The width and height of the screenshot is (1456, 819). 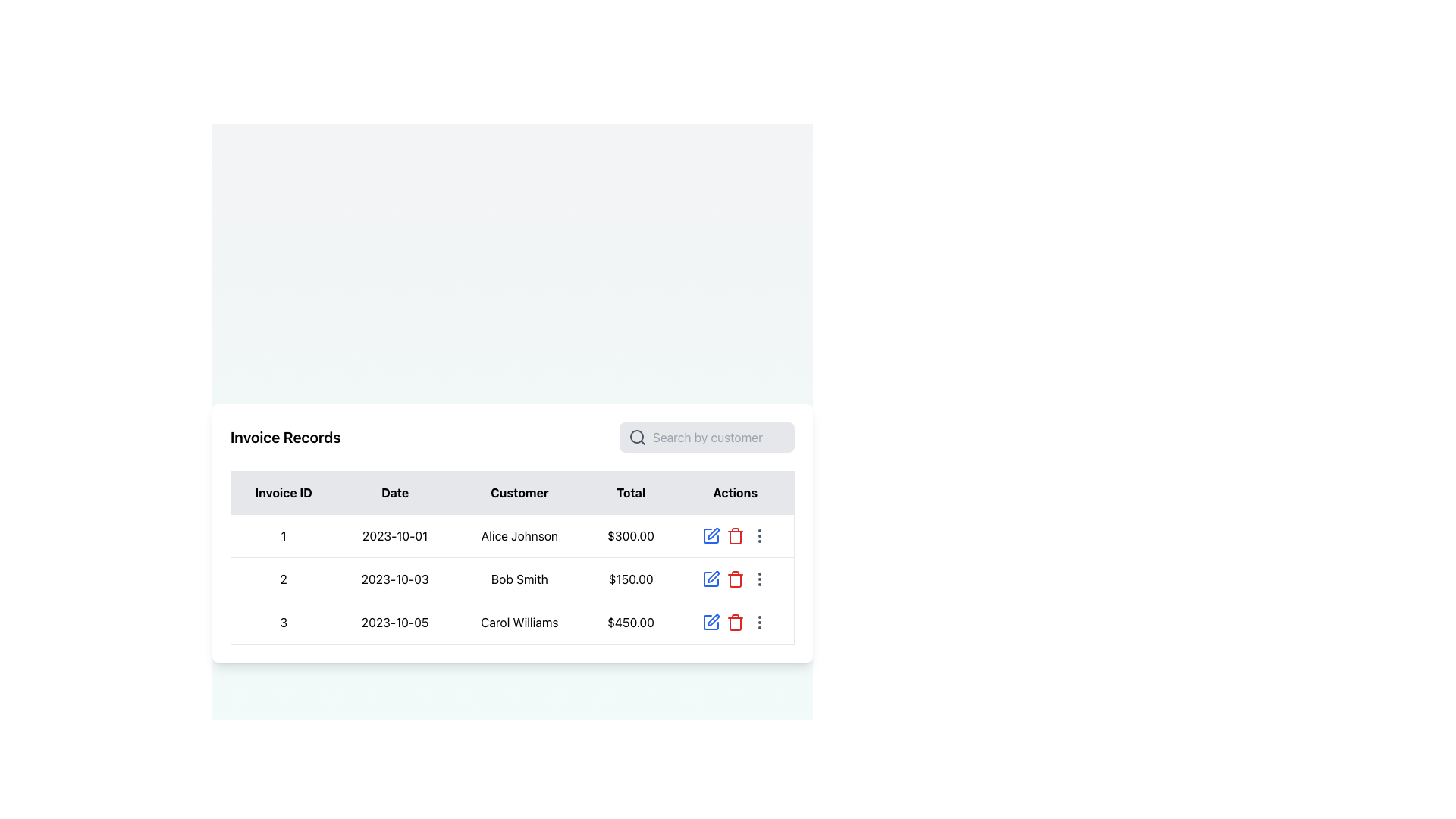 What do you see at coordinates (637, 436) in the screenshot?
I see `the magnifying glass icon, which is styled in gray and positioned to the left of the 'Search by customer' input field` at bounding box center [637, 436].